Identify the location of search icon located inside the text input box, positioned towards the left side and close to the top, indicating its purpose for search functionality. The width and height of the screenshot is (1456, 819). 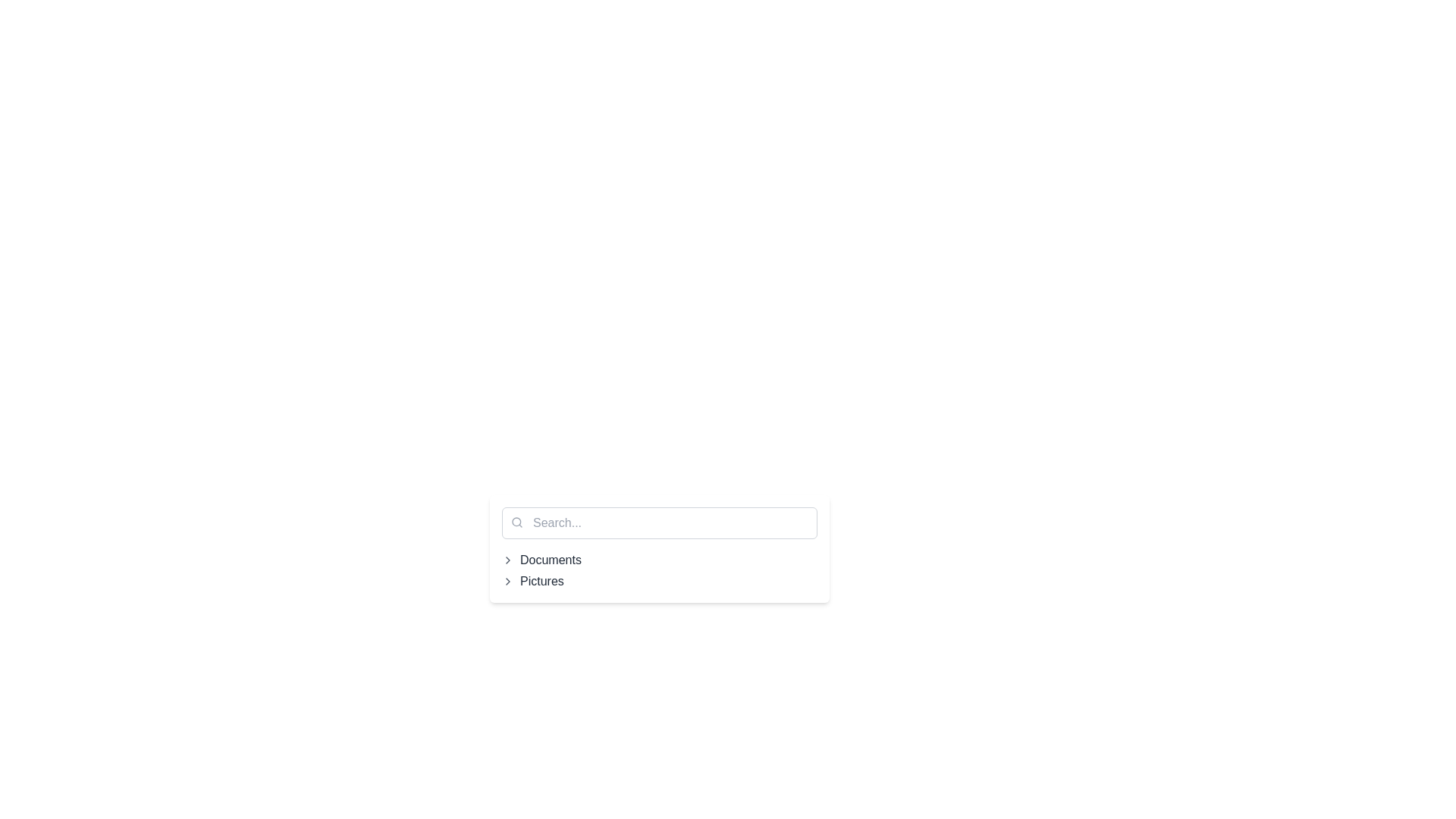
(516, 522).